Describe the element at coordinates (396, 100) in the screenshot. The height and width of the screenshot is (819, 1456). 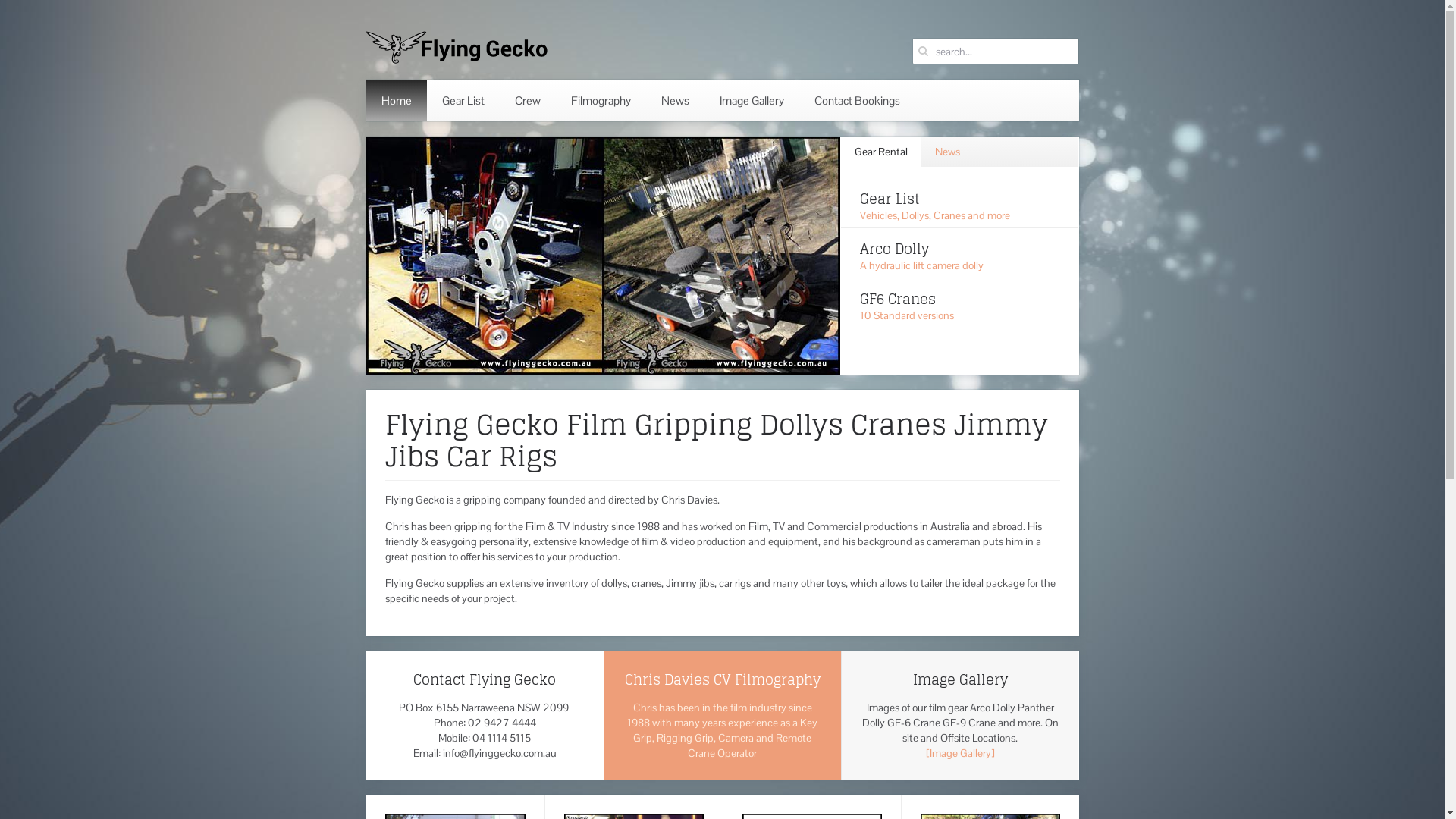
I see `'Home'` at that location.